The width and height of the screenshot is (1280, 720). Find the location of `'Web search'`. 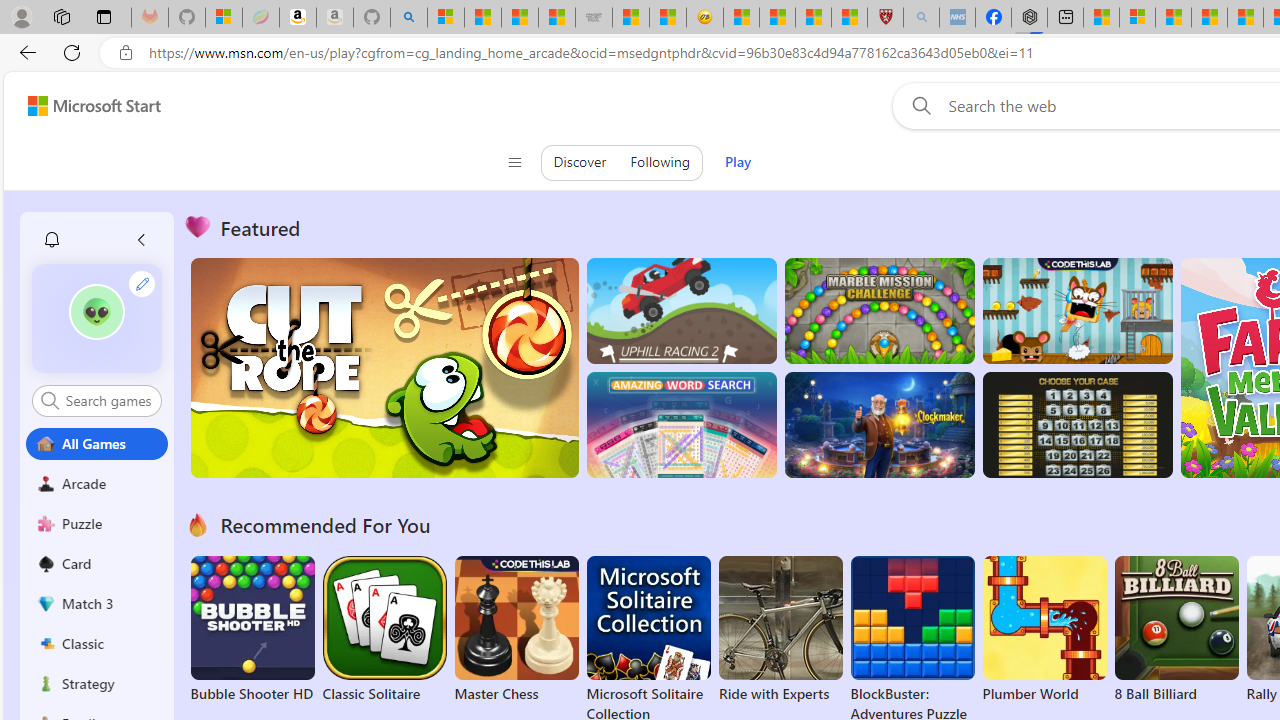

'Web search' is located at coordinates (916, 105).